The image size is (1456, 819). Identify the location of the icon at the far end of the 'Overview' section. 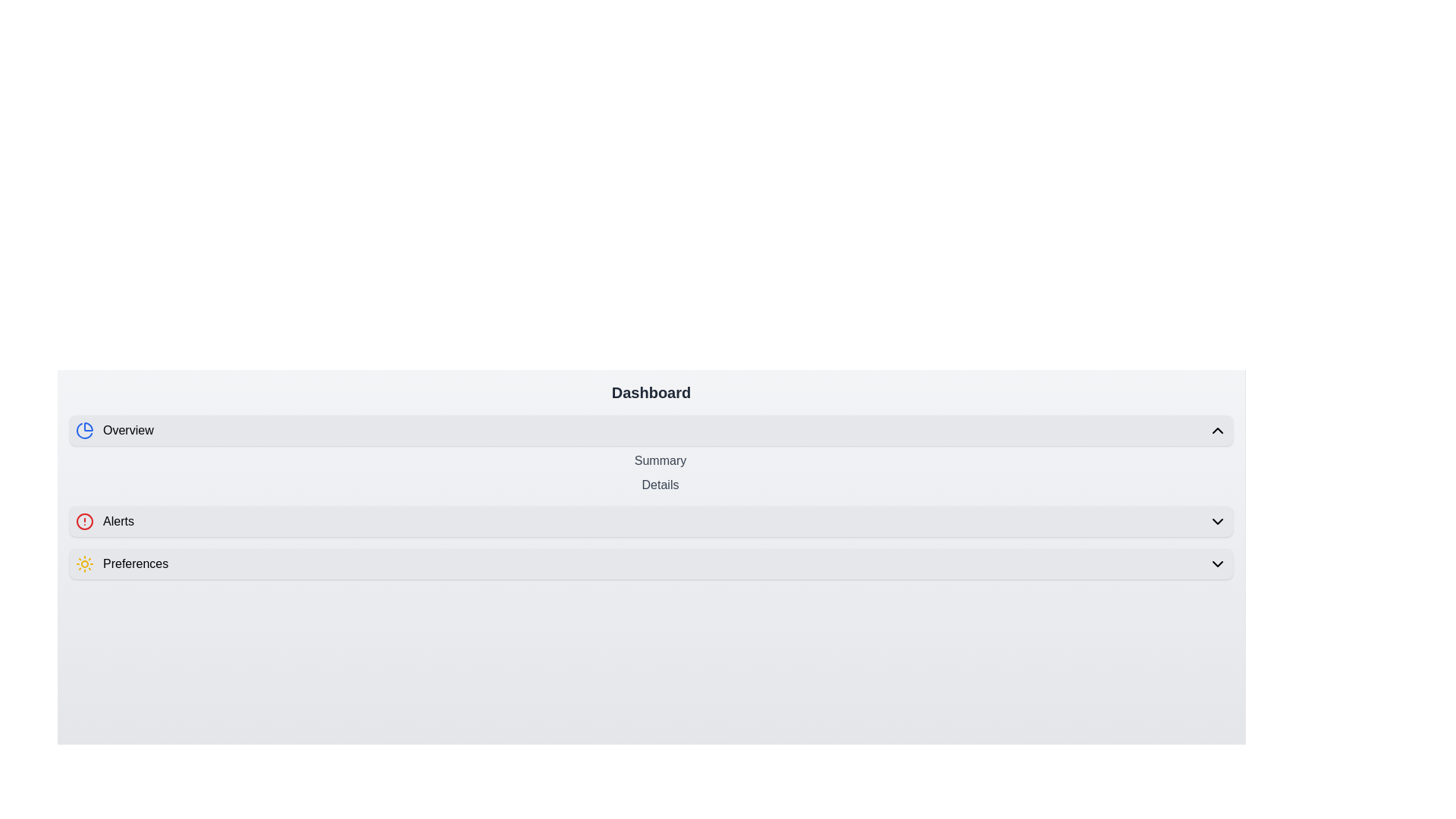
(1218, 430).